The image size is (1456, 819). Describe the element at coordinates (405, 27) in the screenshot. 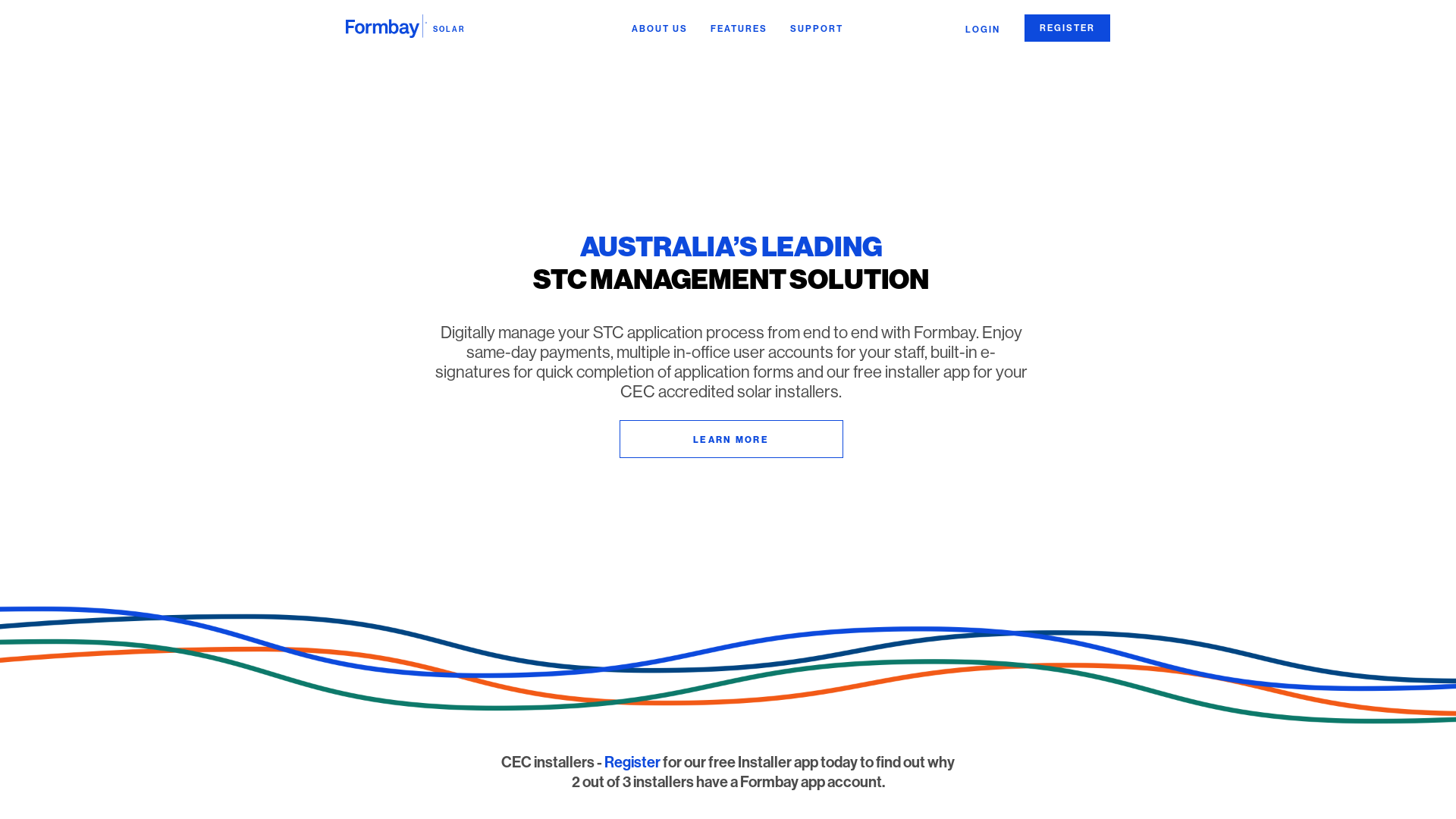

I see `'SOLAR'` at that location.